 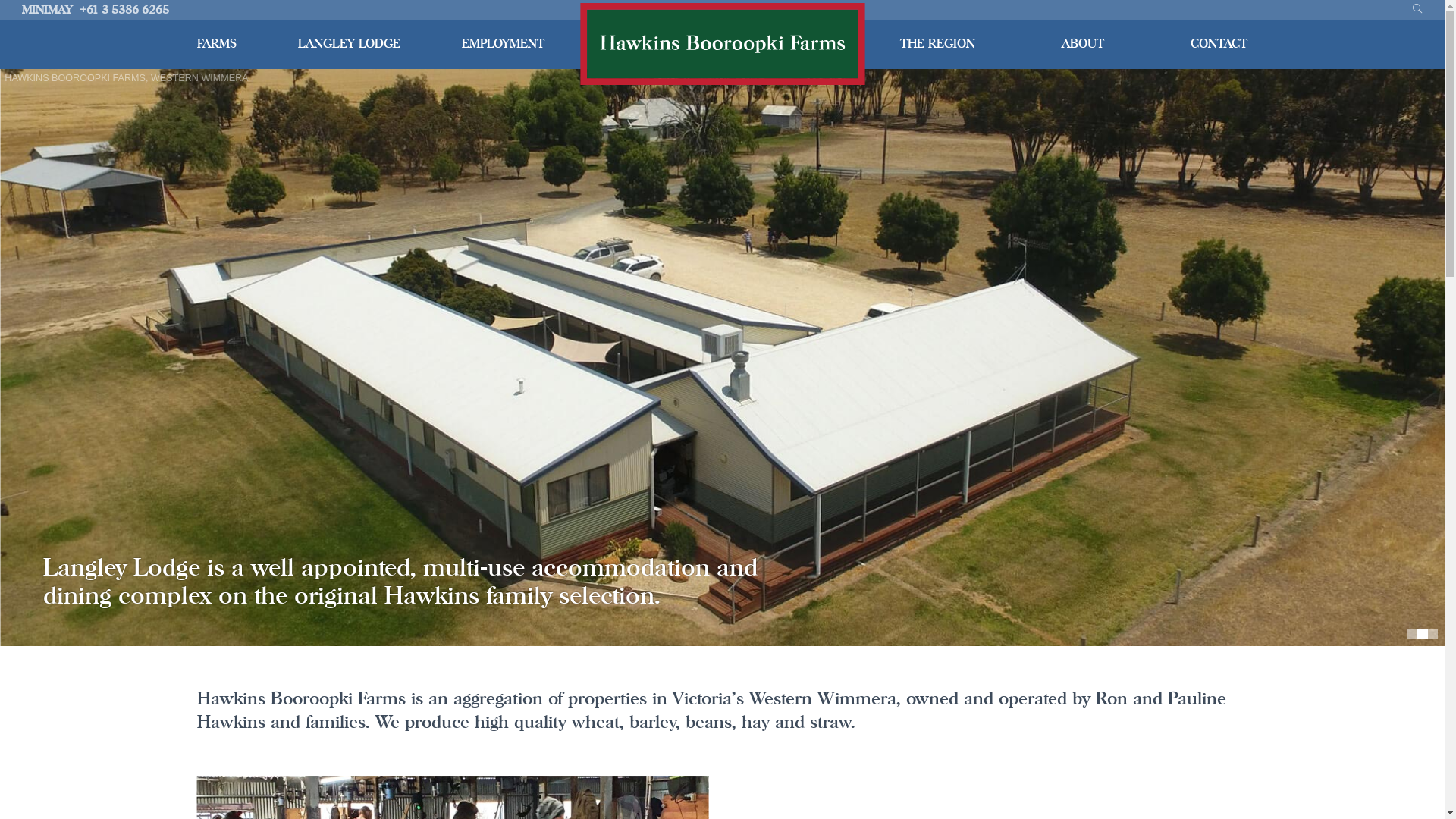 I want to click on 'FARMS', so click(x=216, y=42).